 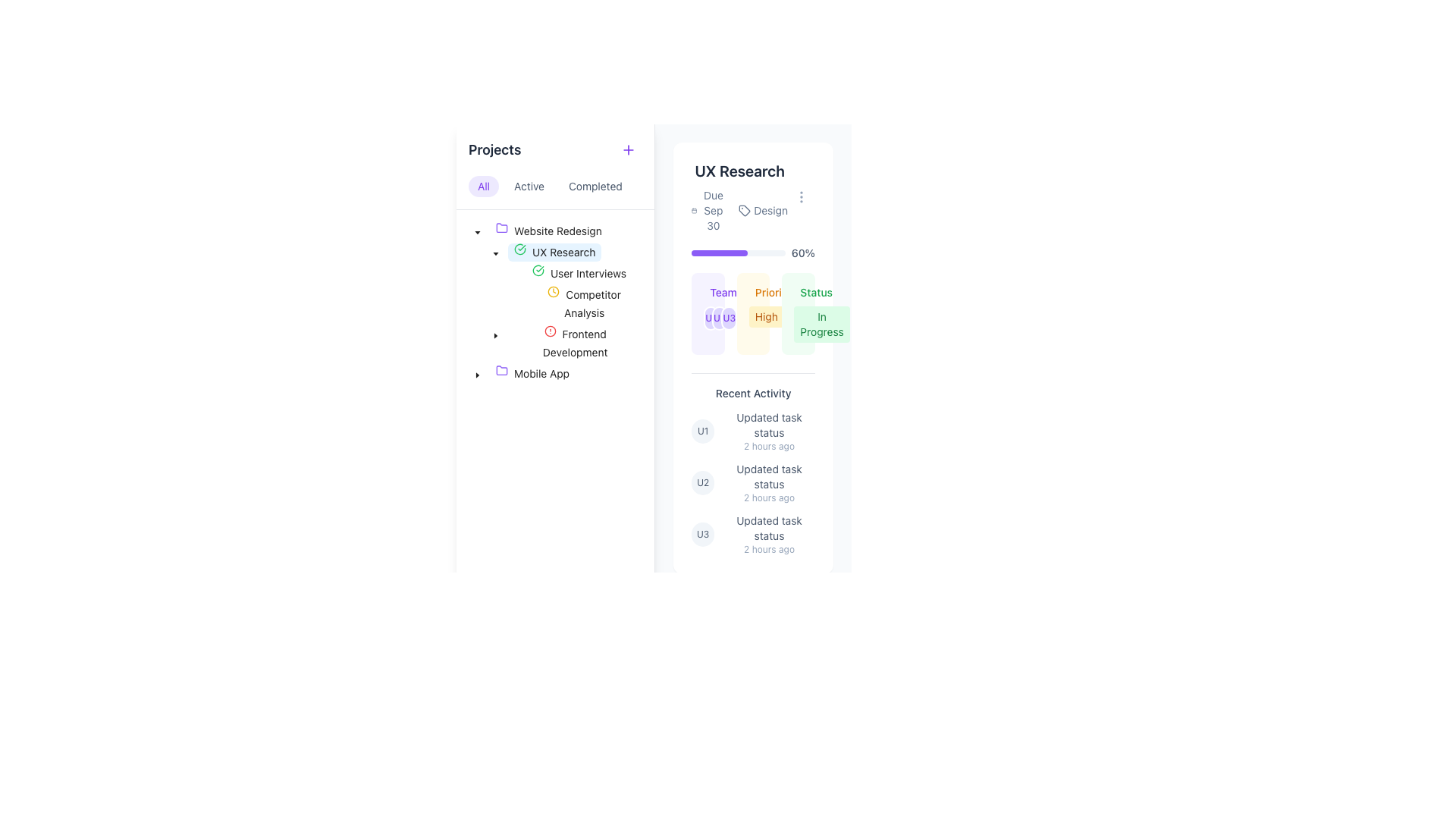 What do you see at coordinates (739, 210) in the screenshot?
I see `the Text information block displaying the due date 'Due Sep 30' and category 'Design' located in the UX Research section, below the title 'UX Research'` at bounding box center [739, 210].